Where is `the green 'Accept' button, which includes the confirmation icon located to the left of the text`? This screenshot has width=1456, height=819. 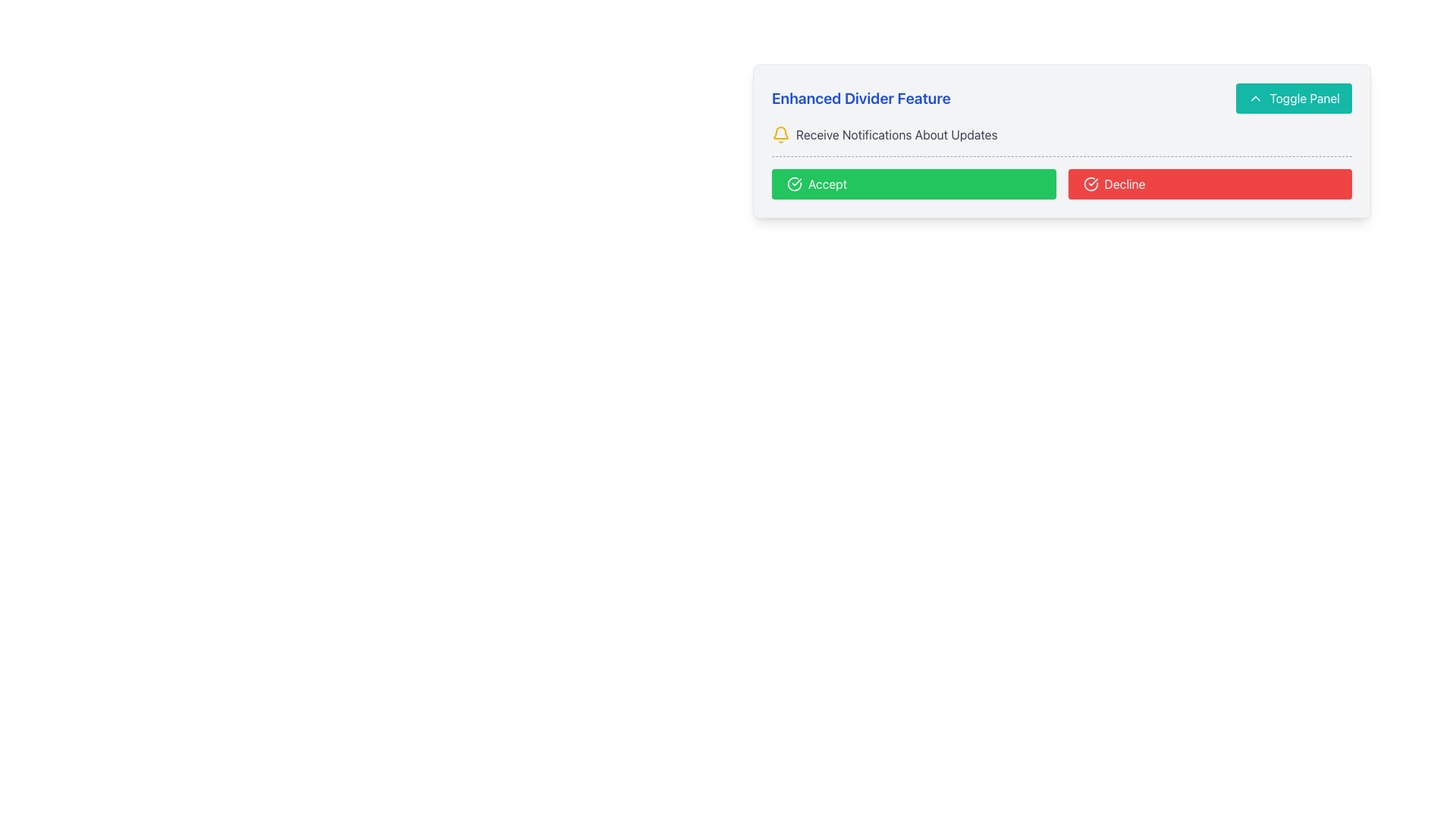
the green 'Accept' button, which includes the confirmation icon located to the left of the text is located at coordinates (793, 184).